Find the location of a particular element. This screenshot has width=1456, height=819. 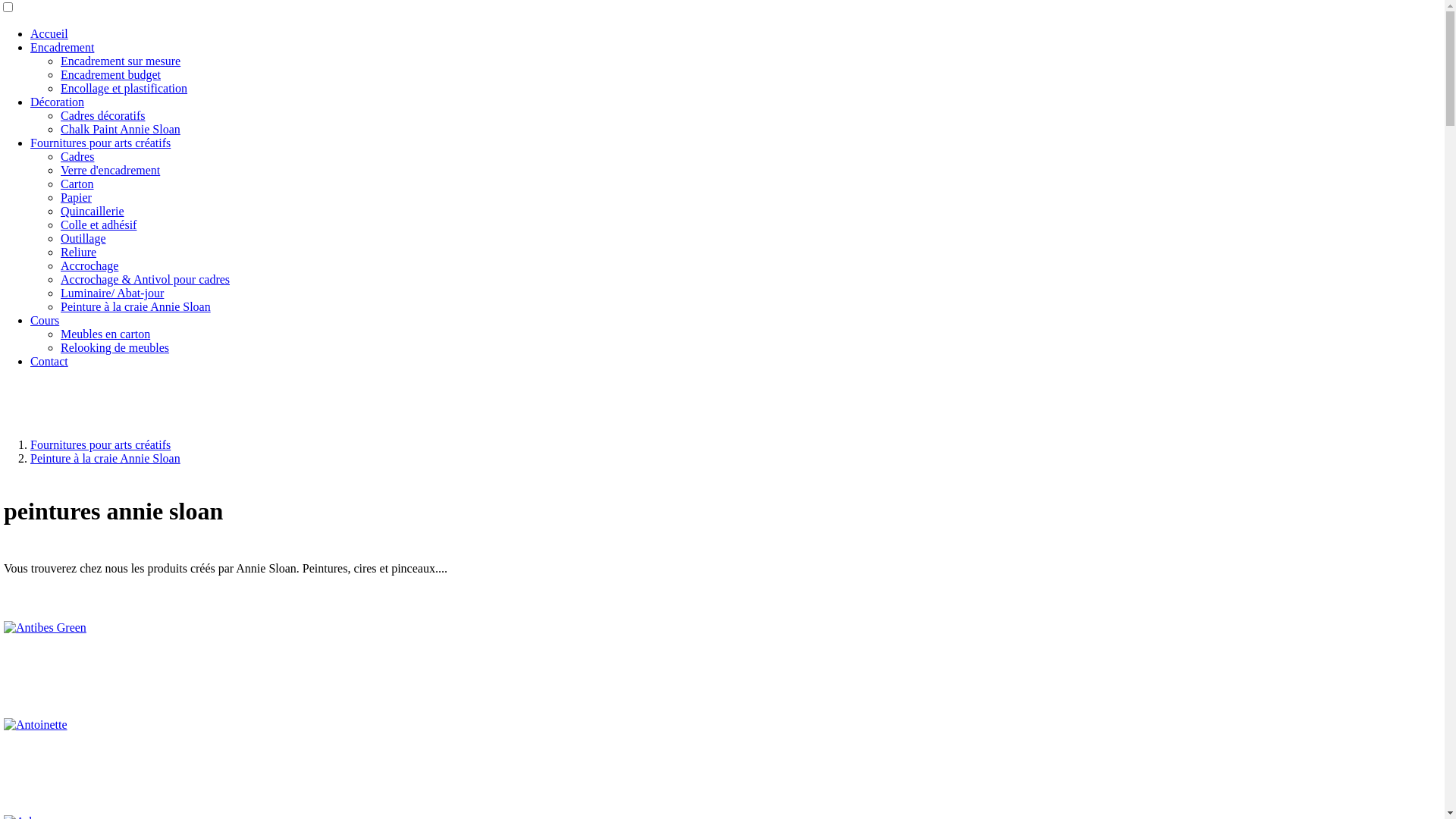

'Relooking de meubles' is located at coordinates (114, 347).